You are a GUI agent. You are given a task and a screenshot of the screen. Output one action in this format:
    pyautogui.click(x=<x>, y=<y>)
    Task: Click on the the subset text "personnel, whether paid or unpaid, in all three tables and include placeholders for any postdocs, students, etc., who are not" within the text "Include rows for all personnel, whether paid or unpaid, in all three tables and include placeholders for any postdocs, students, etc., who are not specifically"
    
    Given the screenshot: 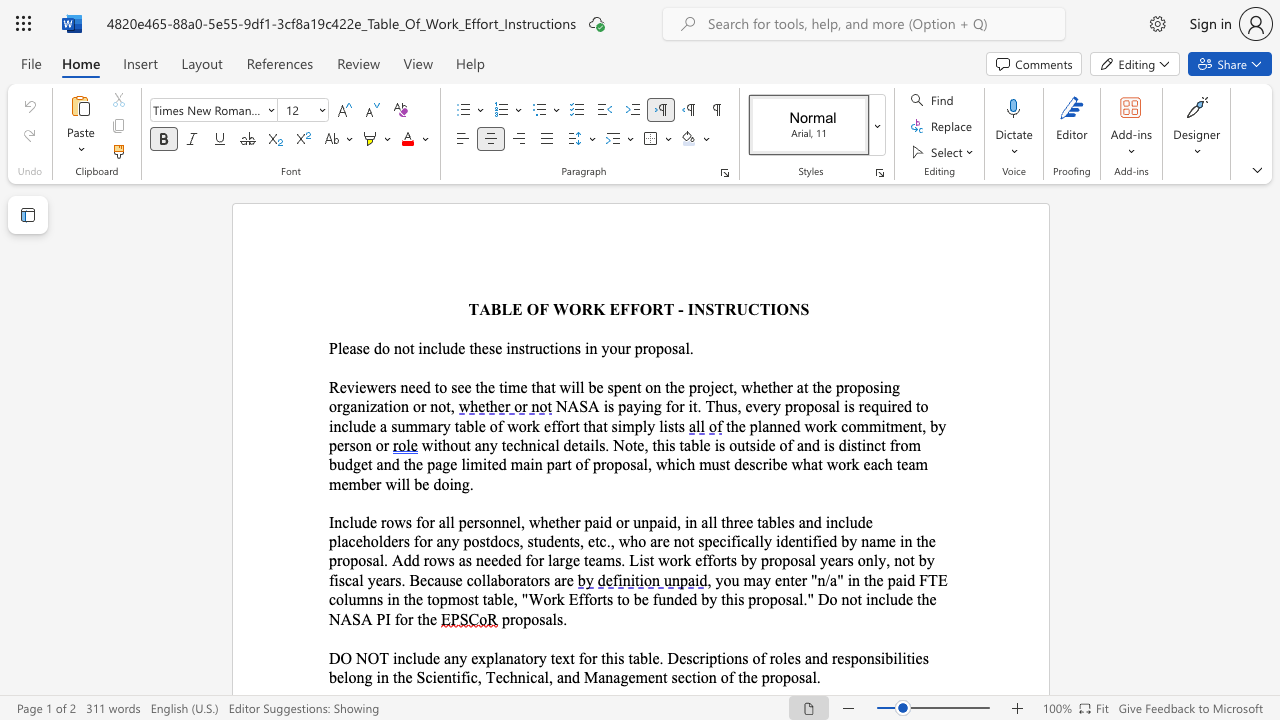 What is the action you would take?
    pyautogui.click(x=457, y=521)
    